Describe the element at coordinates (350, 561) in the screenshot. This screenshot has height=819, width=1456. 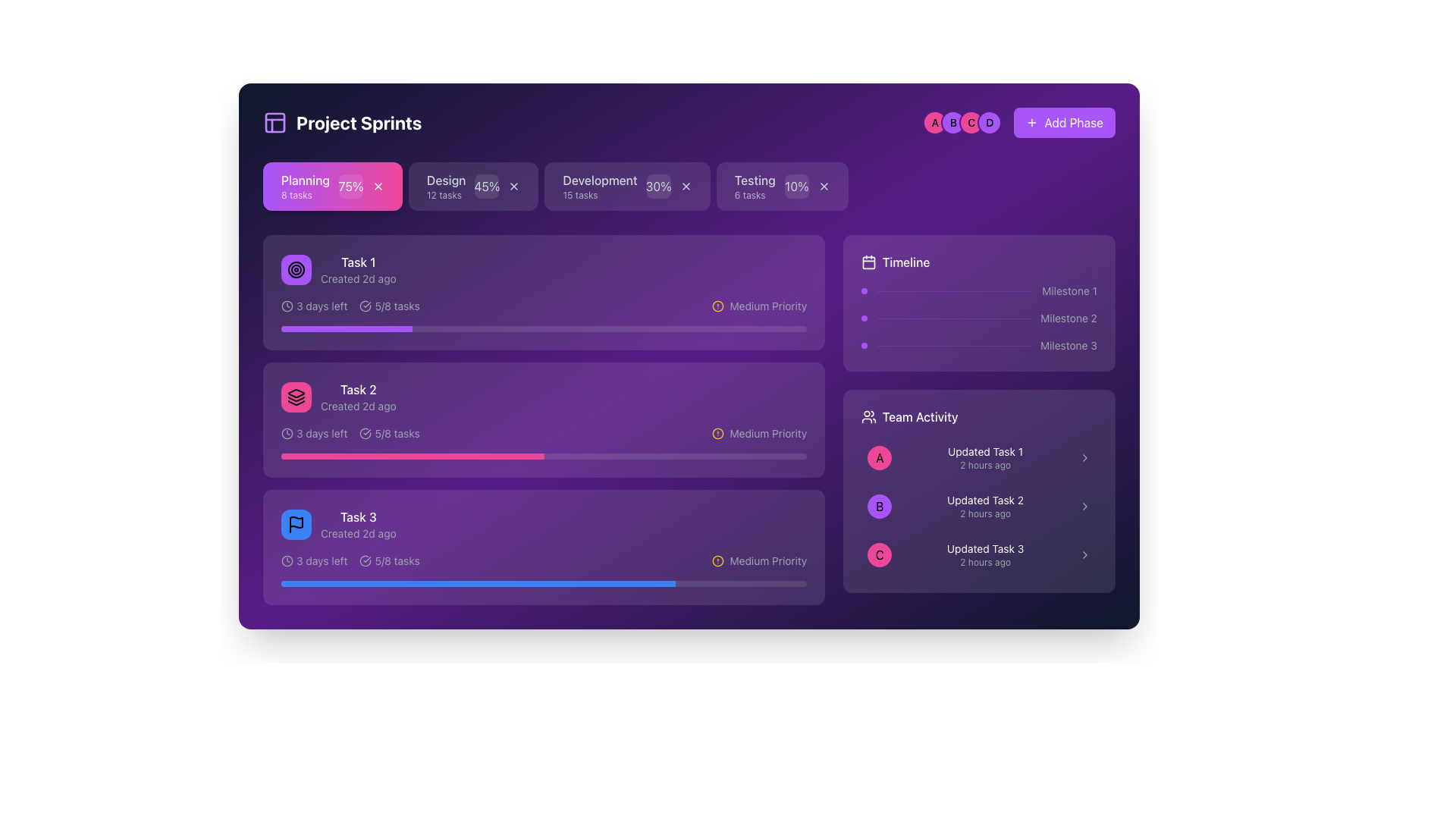
I see `displayed information from the text-based data display element showing remaining time and progress of tasks located below the 'Created 2d ago' text in the 'Task 3' card` at that location.